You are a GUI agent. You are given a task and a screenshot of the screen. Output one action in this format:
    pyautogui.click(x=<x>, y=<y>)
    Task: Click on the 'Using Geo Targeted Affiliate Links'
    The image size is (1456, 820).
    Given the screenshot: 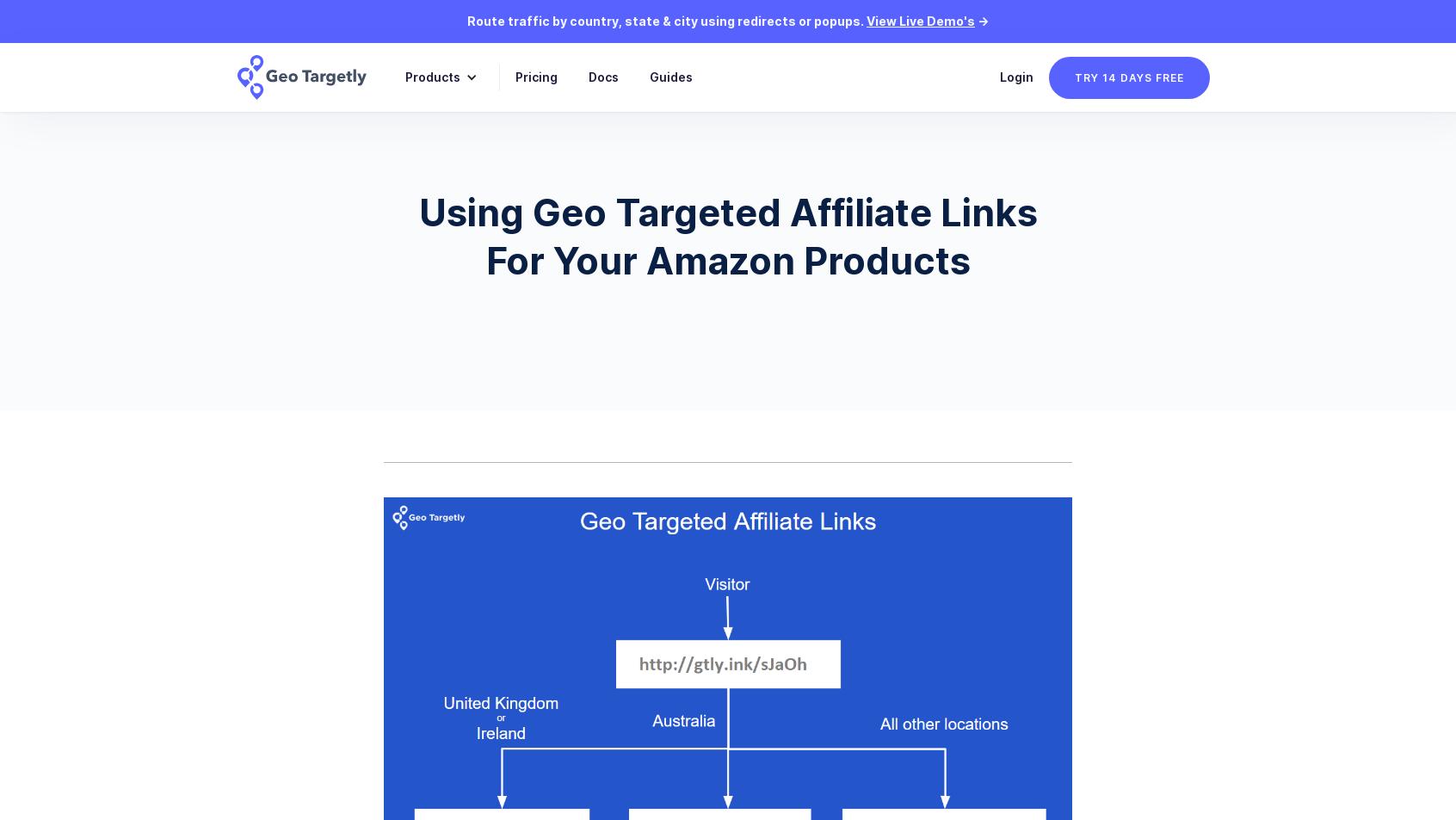 What is the action you would take?
    pyautogui.click(x=727, y=212)
    